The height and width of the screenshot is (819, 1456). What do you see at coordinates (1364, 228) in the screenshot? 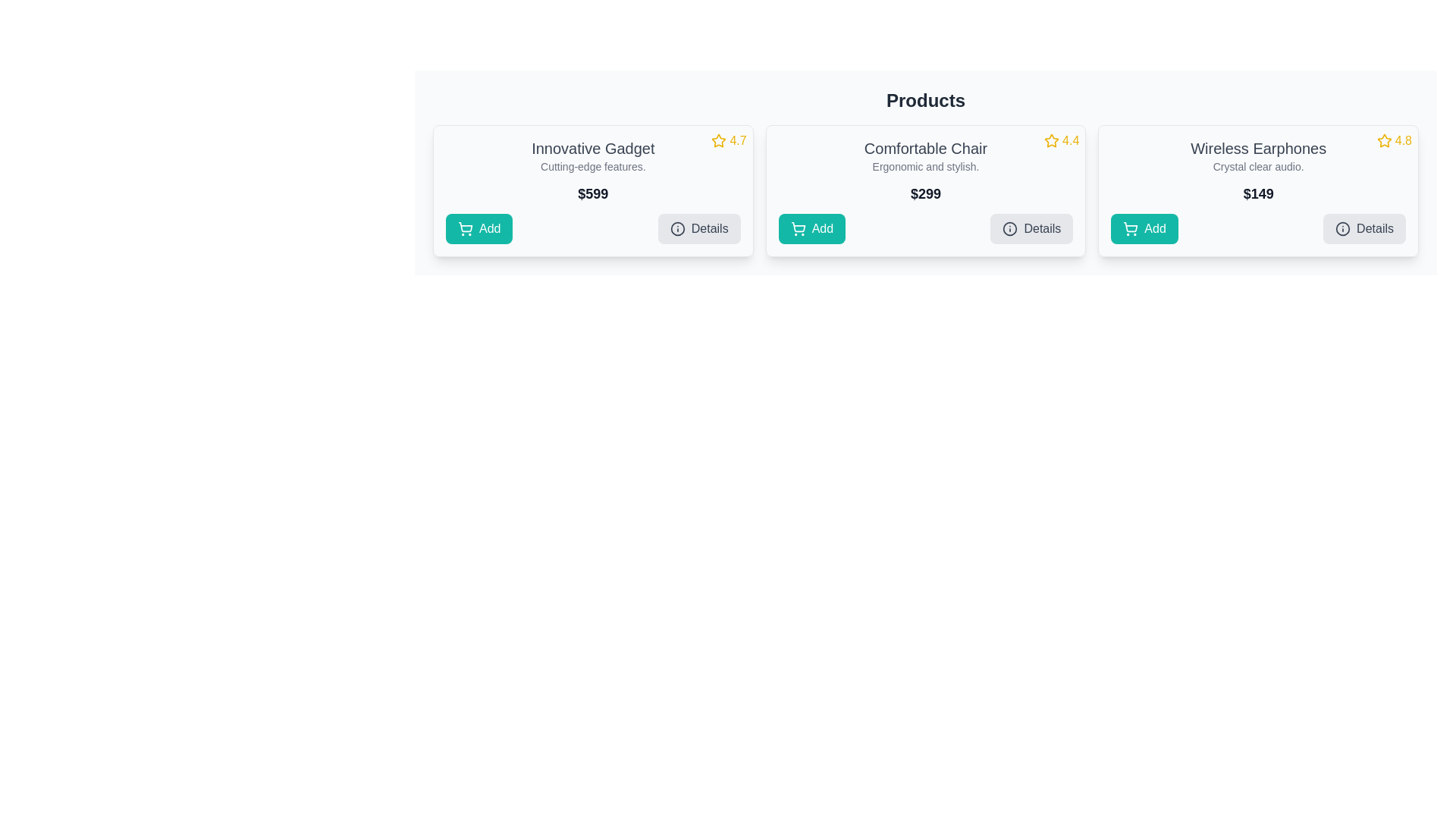
I see `the second interactive button in the bottom-right corner of the 'Wireless Earphones' product card` at bounding box center [1364, 228].